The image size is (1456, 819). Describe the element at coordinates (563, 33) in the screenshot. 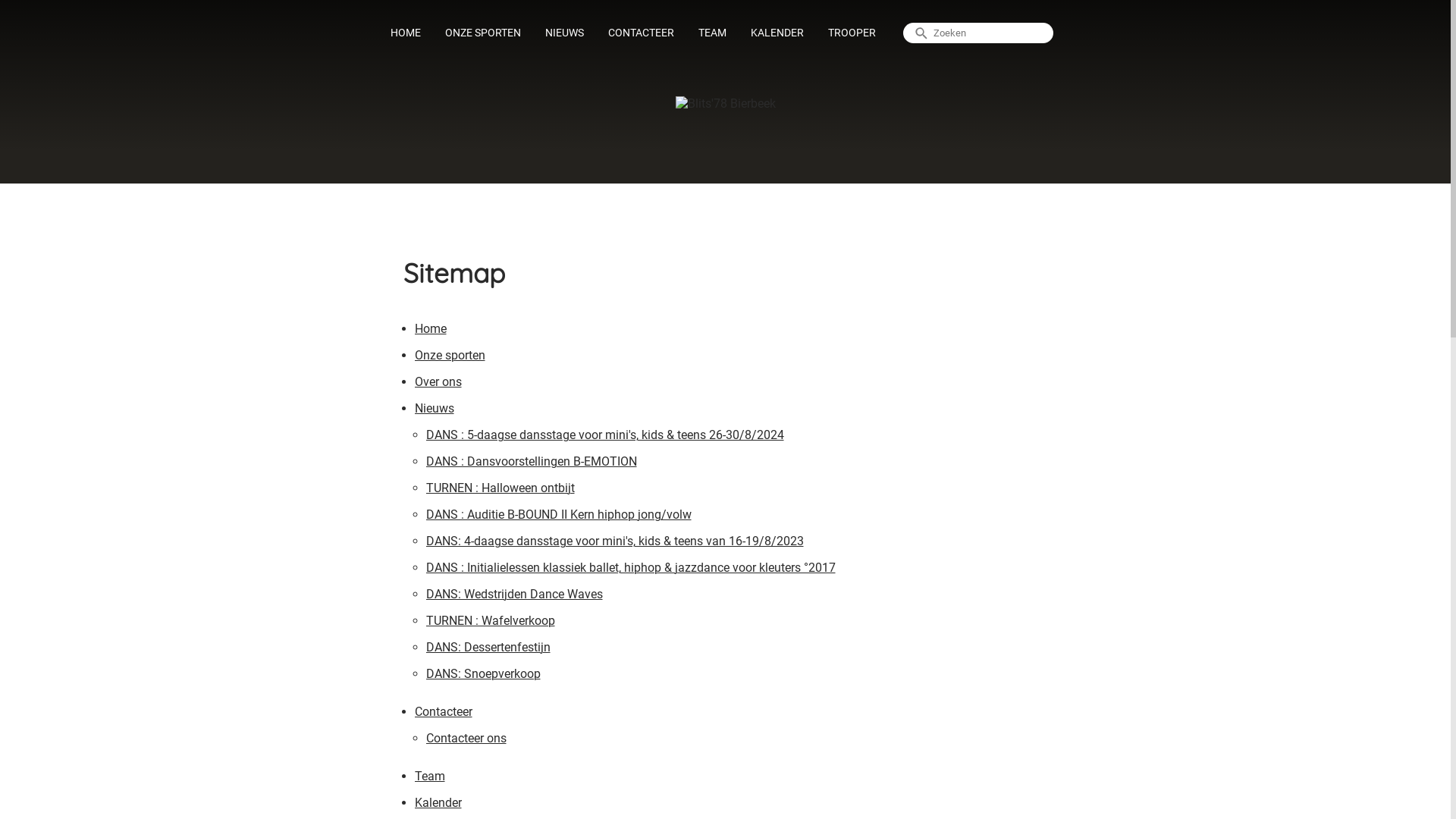

I see `'NIEUWS'` at that location.